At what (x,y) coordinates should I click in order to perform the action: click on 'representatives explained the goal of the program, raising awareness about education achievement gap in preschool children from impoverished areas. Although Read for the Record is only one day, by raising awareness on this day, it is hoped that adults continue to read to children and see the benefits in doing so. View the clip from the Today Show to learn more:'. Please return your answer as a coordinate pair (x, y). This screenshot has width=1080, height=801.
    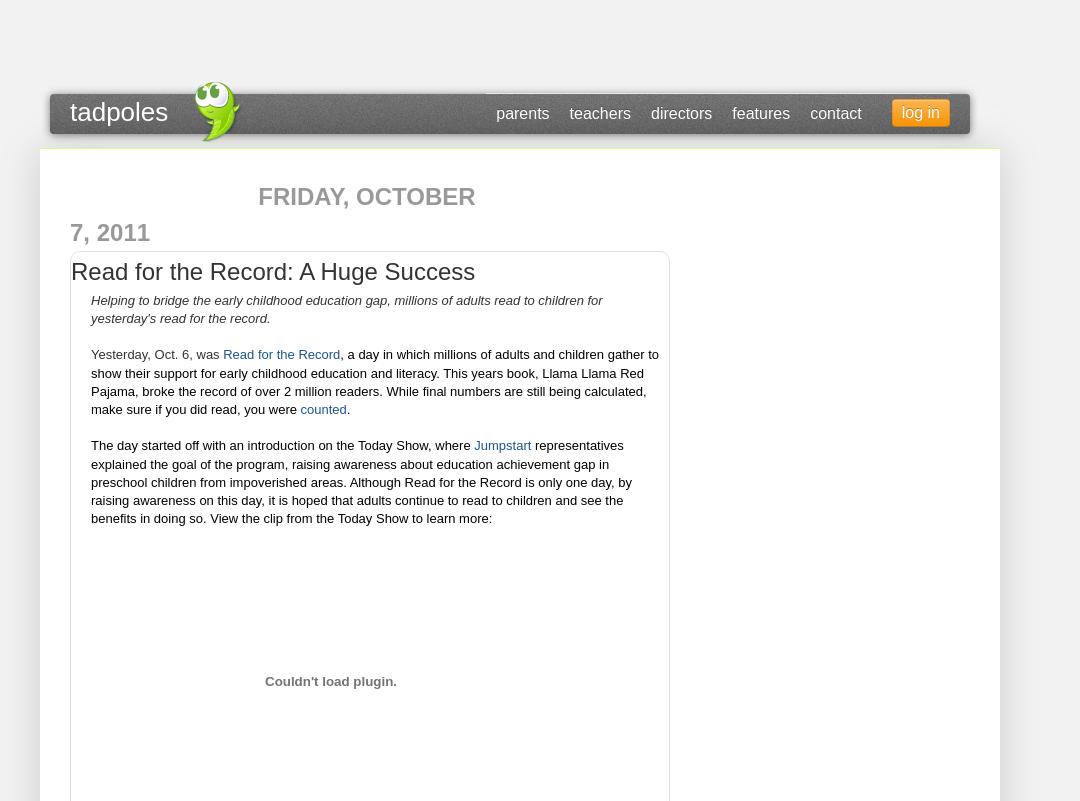
    Looking at the image, I should click on (362, 480).